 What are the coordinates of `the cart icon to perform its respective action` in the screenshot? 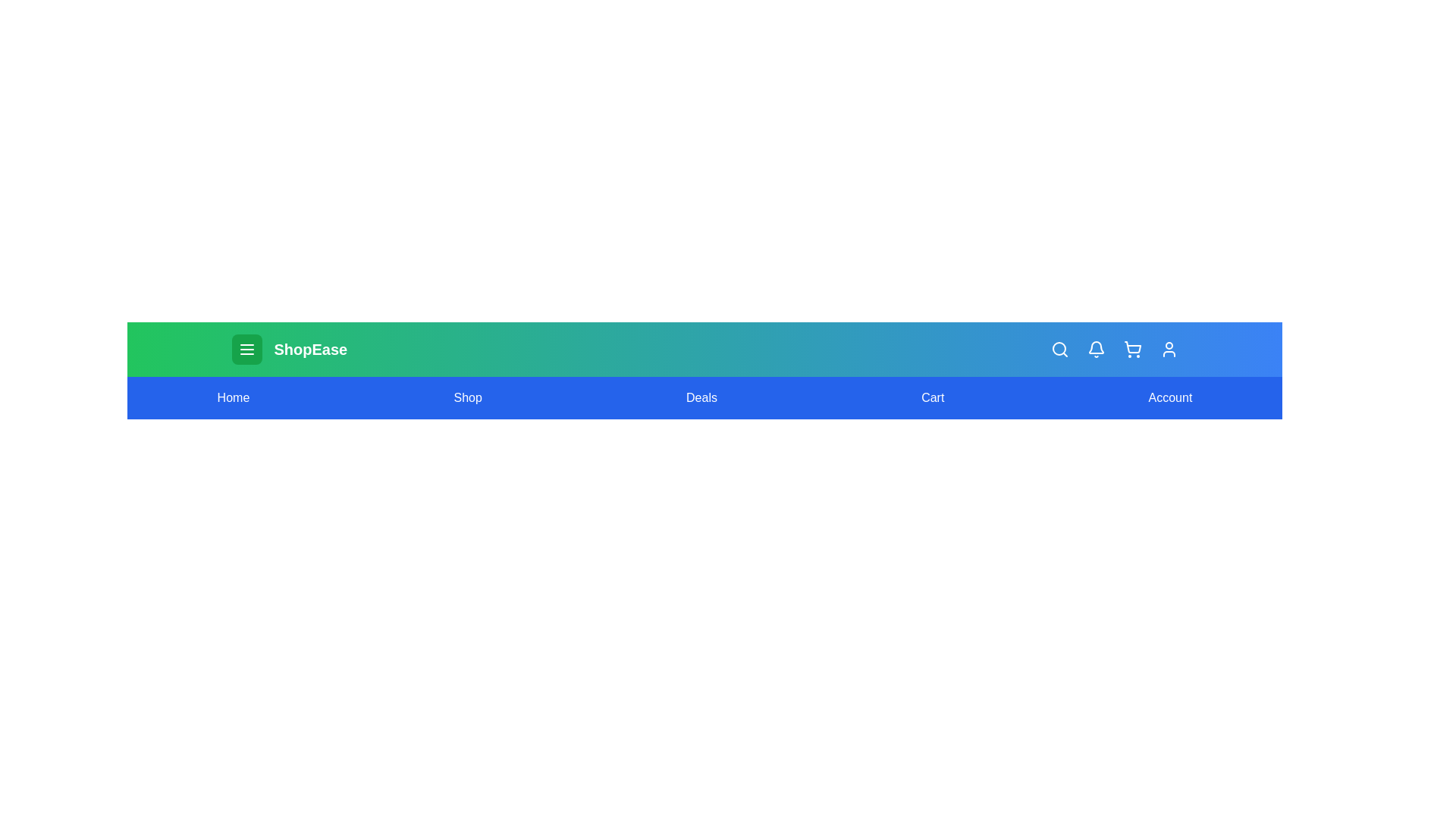 It's located at (1132, 350).